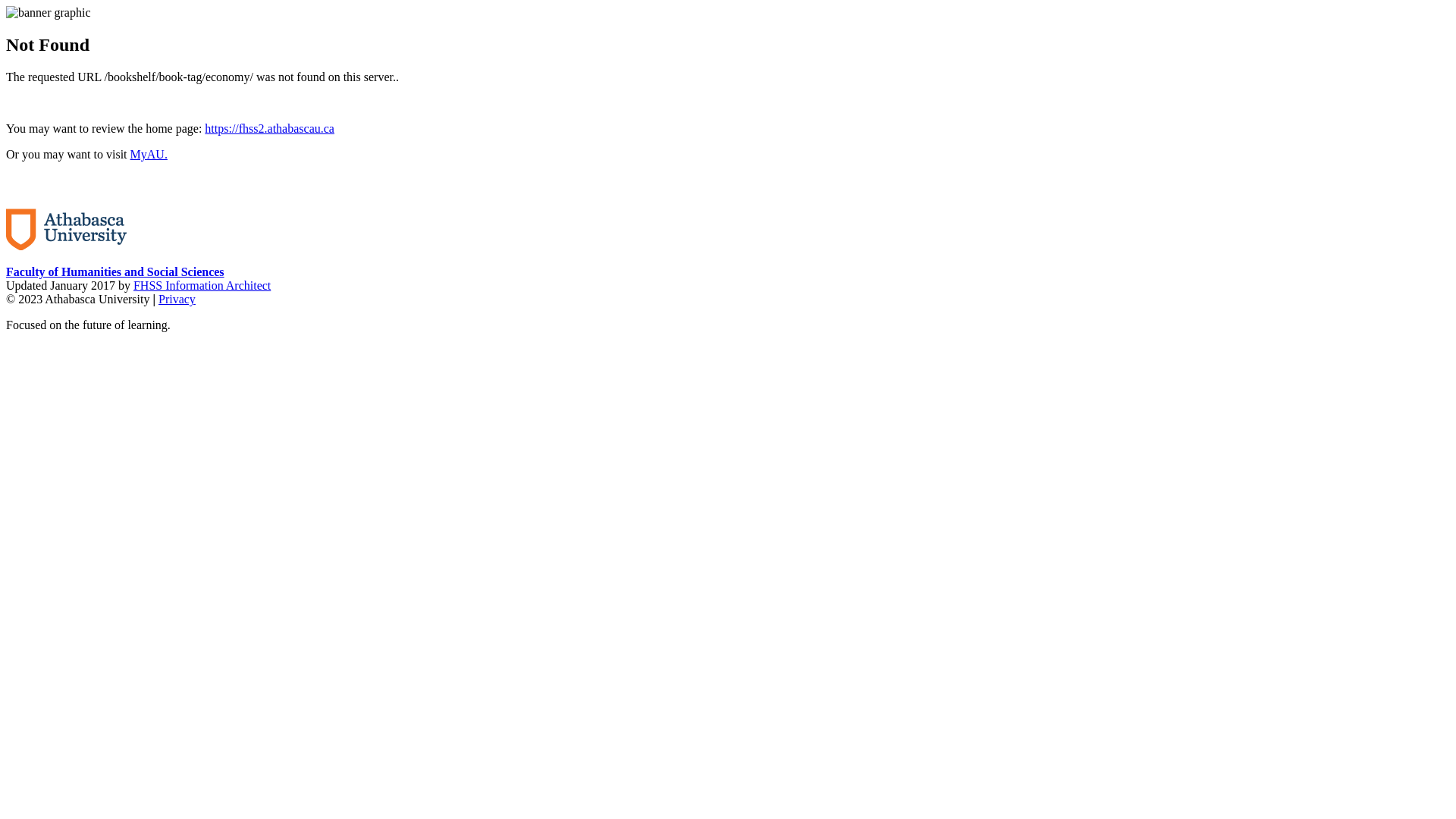  I want to click on 'https://fhss2.athabascau.ca', so click(269, 127).